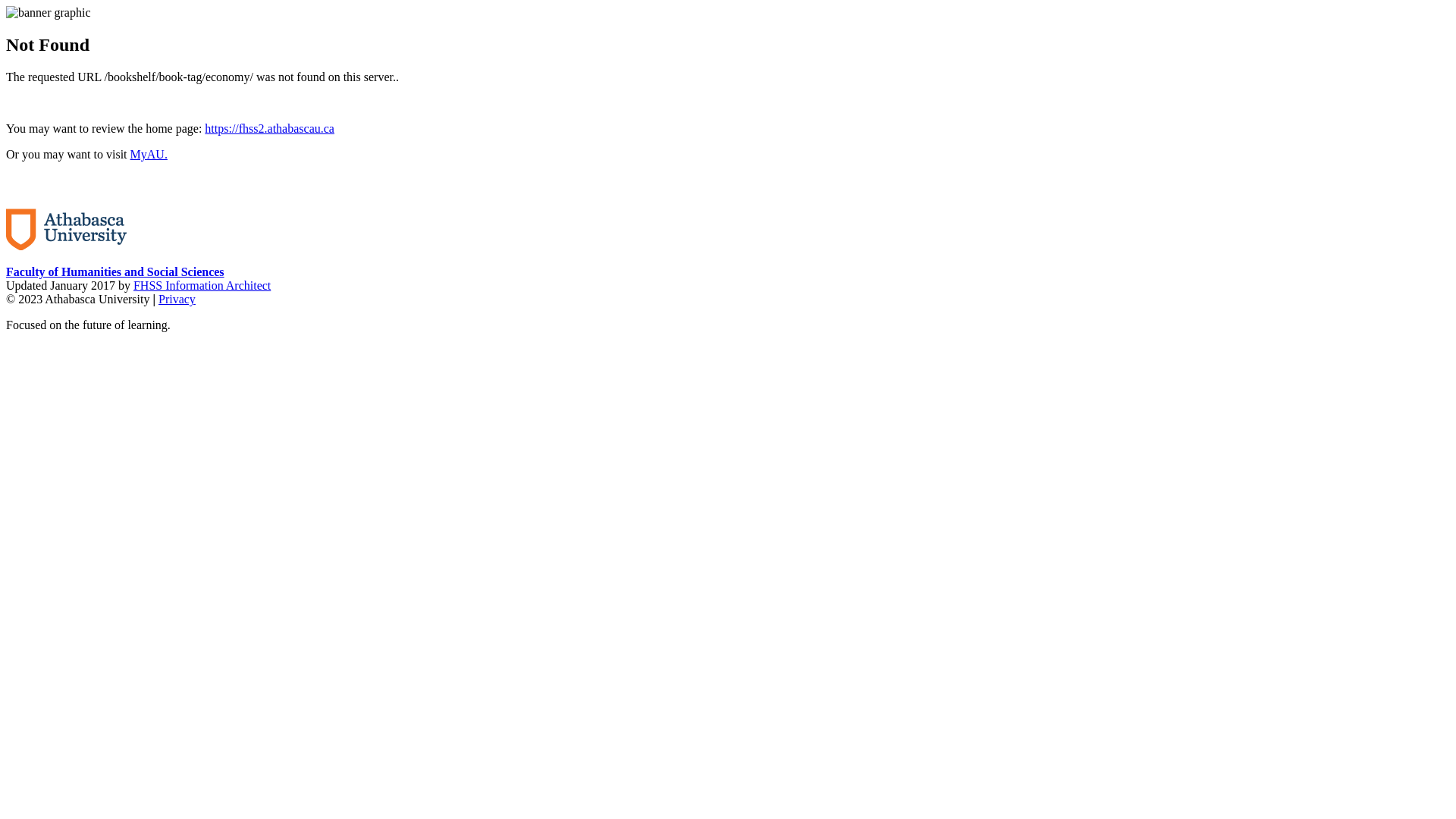  I want to click on 'https://fhss2.athabascau.ca', so click(269, 127).